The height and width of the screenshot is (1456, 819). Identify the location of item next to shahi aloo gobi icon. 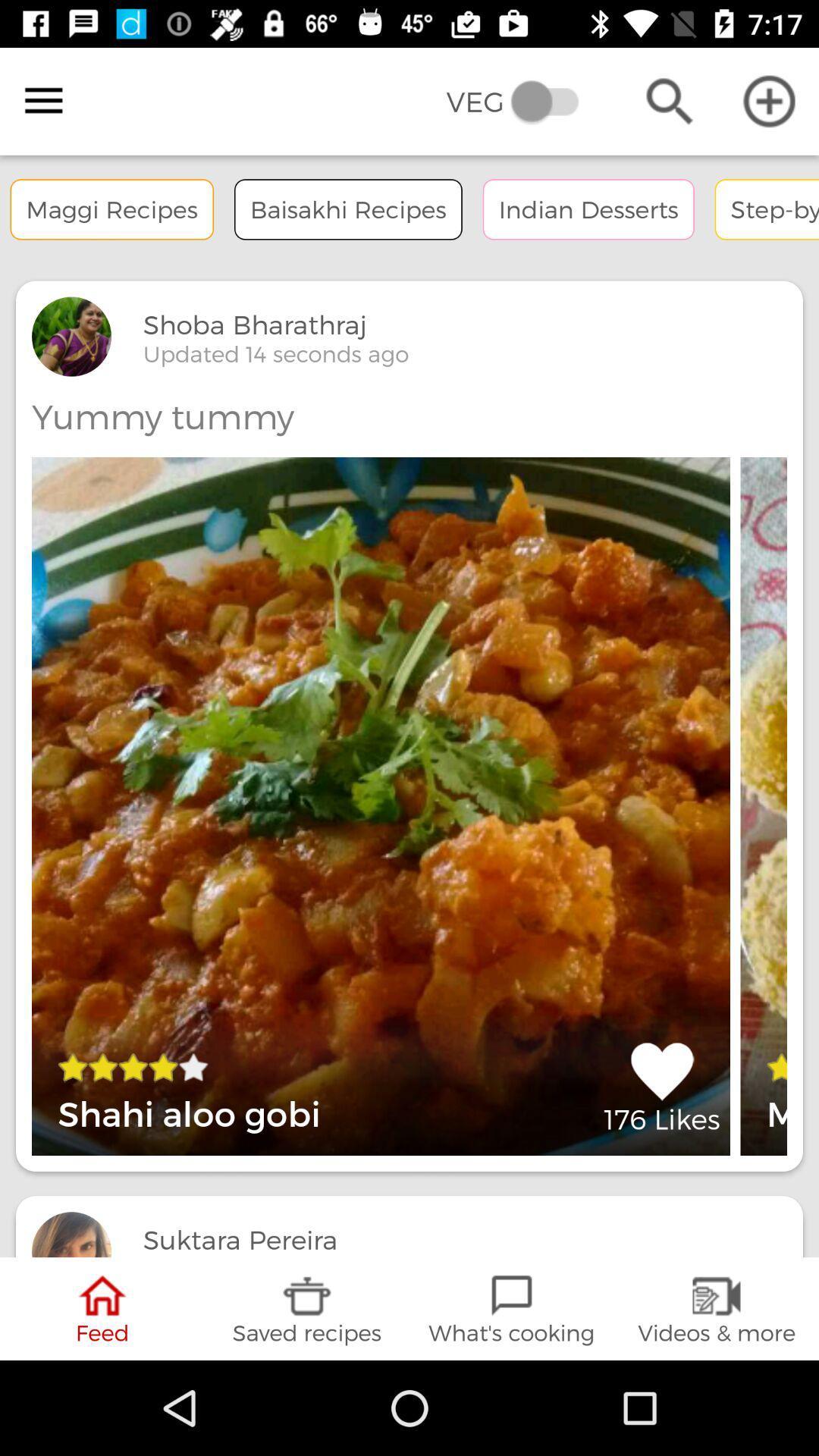
(661, 1087).